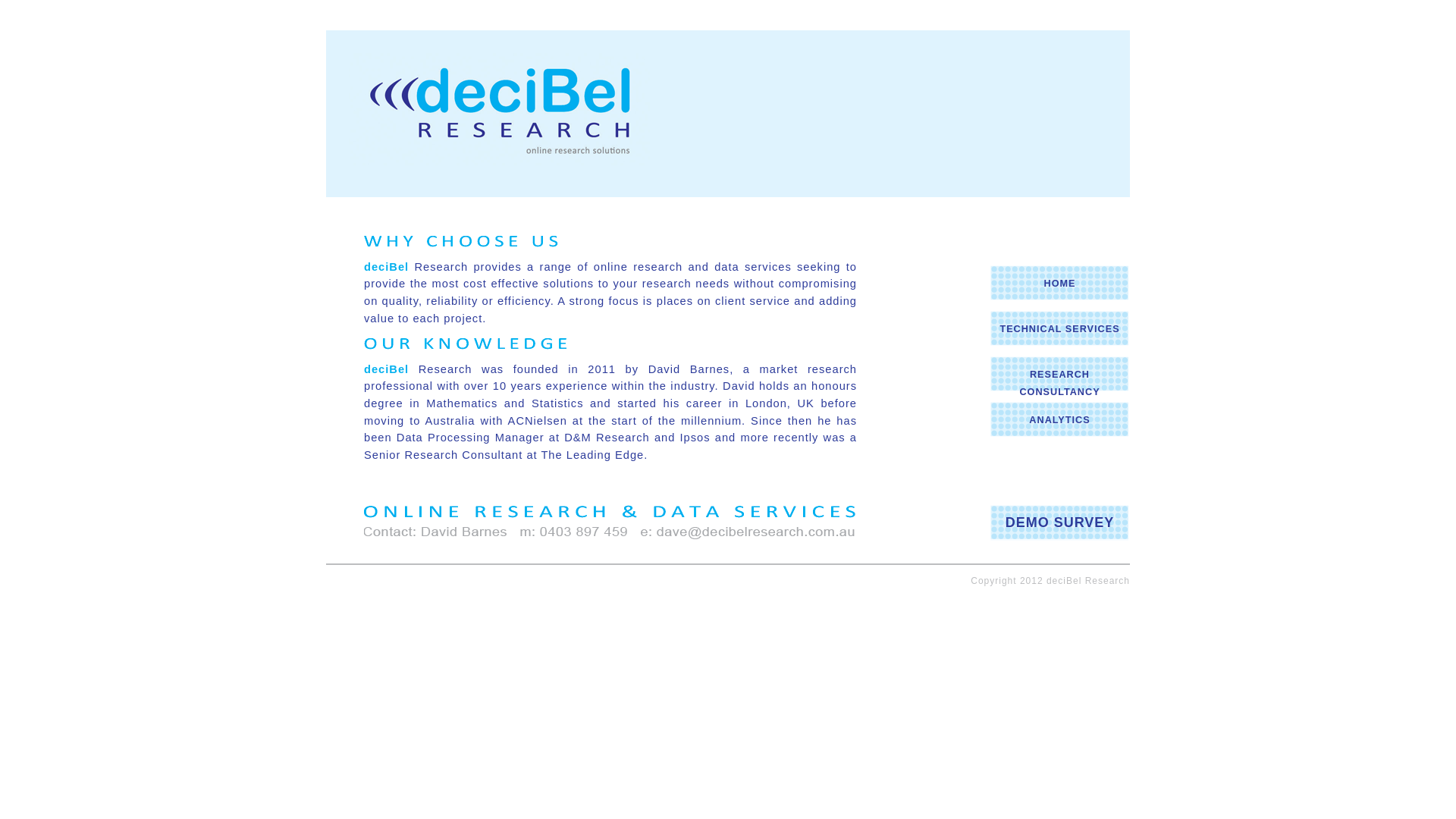 This screenshot has height=819, width=1456. Describe the element at coordinates (1058, 382) in the screenshot. I see `'RESEARCH CONSULTANCY'` at that location.